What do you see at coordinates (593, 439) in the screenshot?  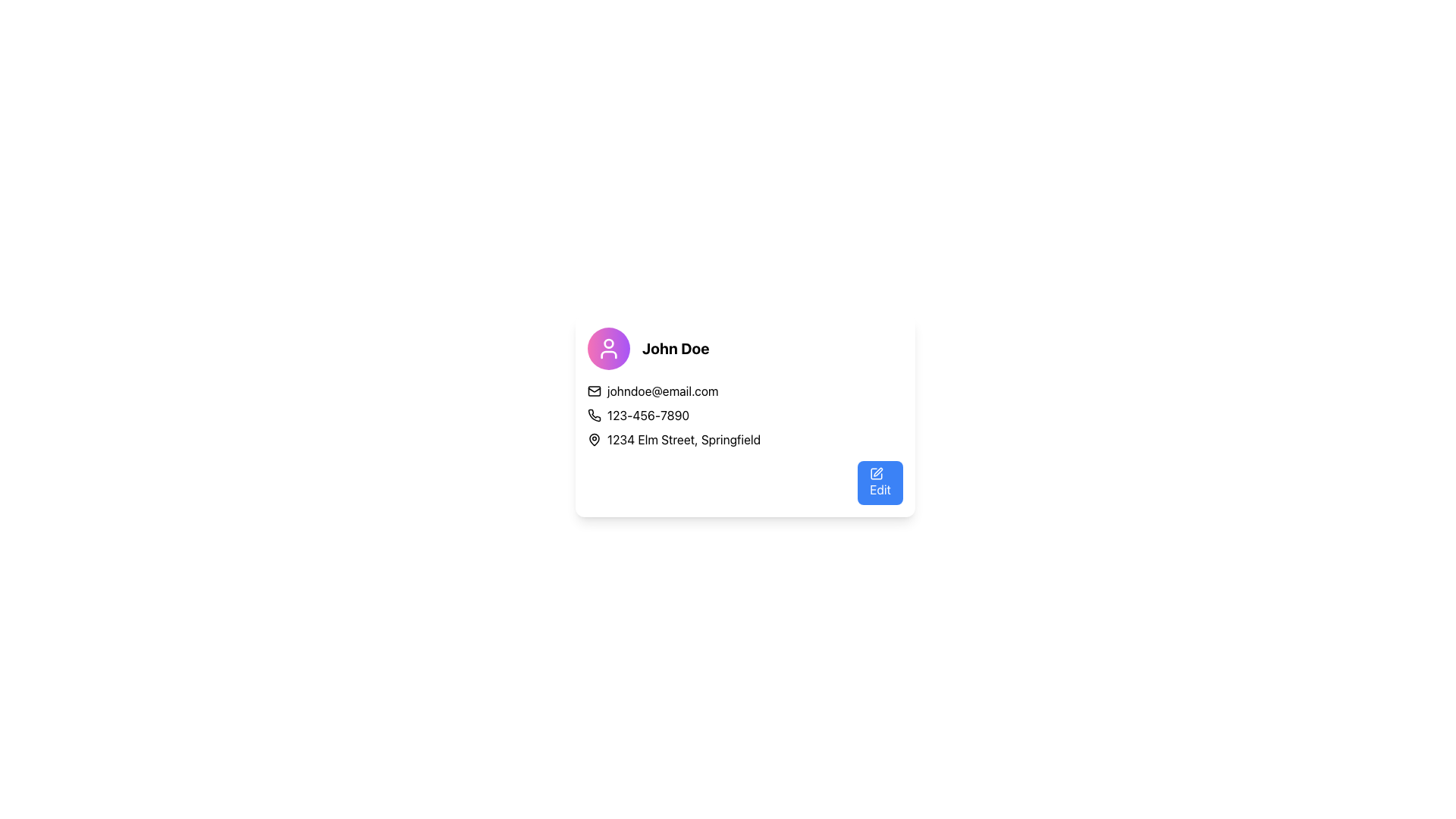 I see `the pin icon that represents a location, positioned to the left of the text '1234 Elm Street, Springfield' in the bottom-left portion of the card` at bounding box center [593, 439].